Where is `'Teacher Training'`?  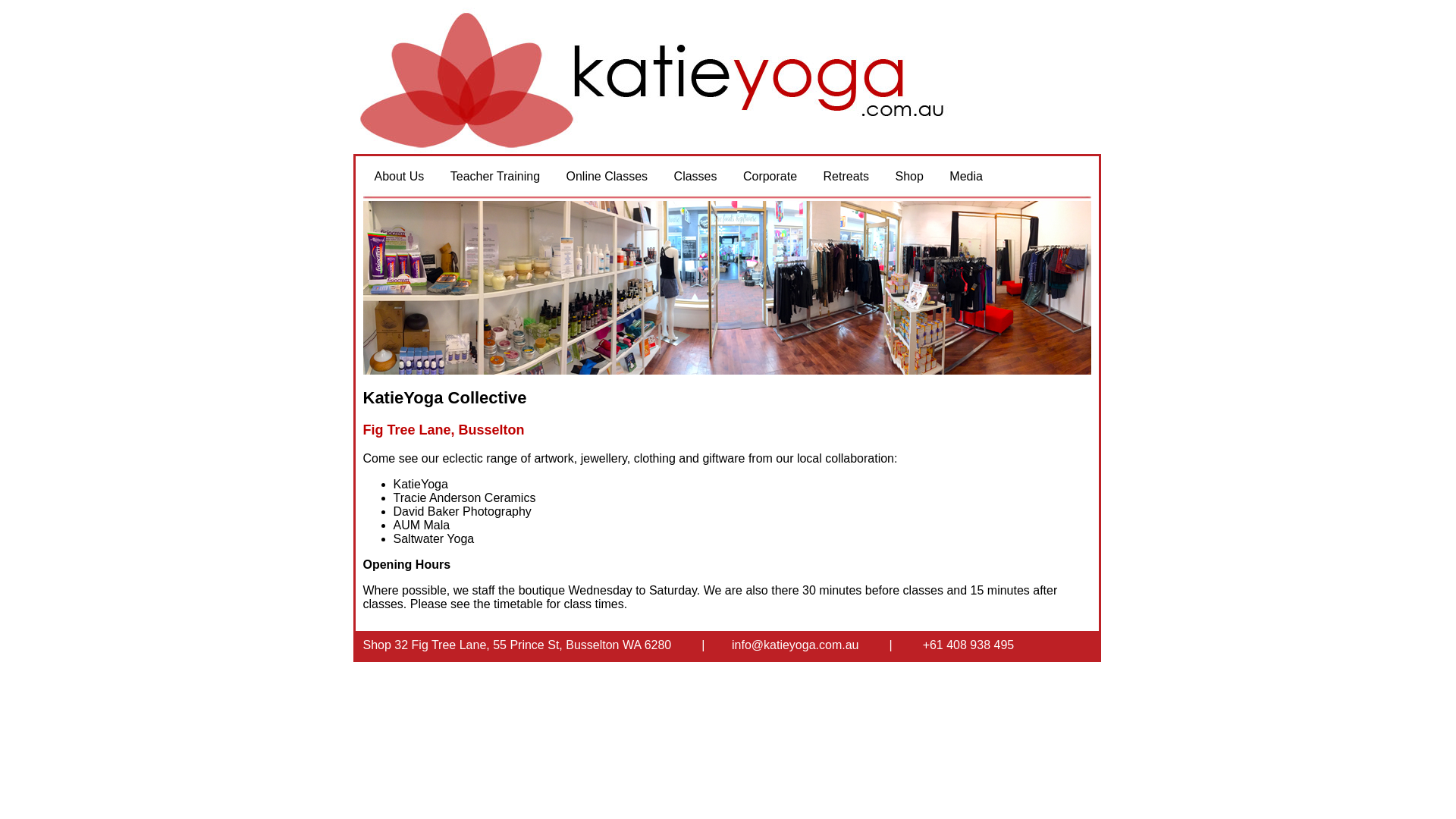 'Teacher Training' is located at coordinates (438, 175).